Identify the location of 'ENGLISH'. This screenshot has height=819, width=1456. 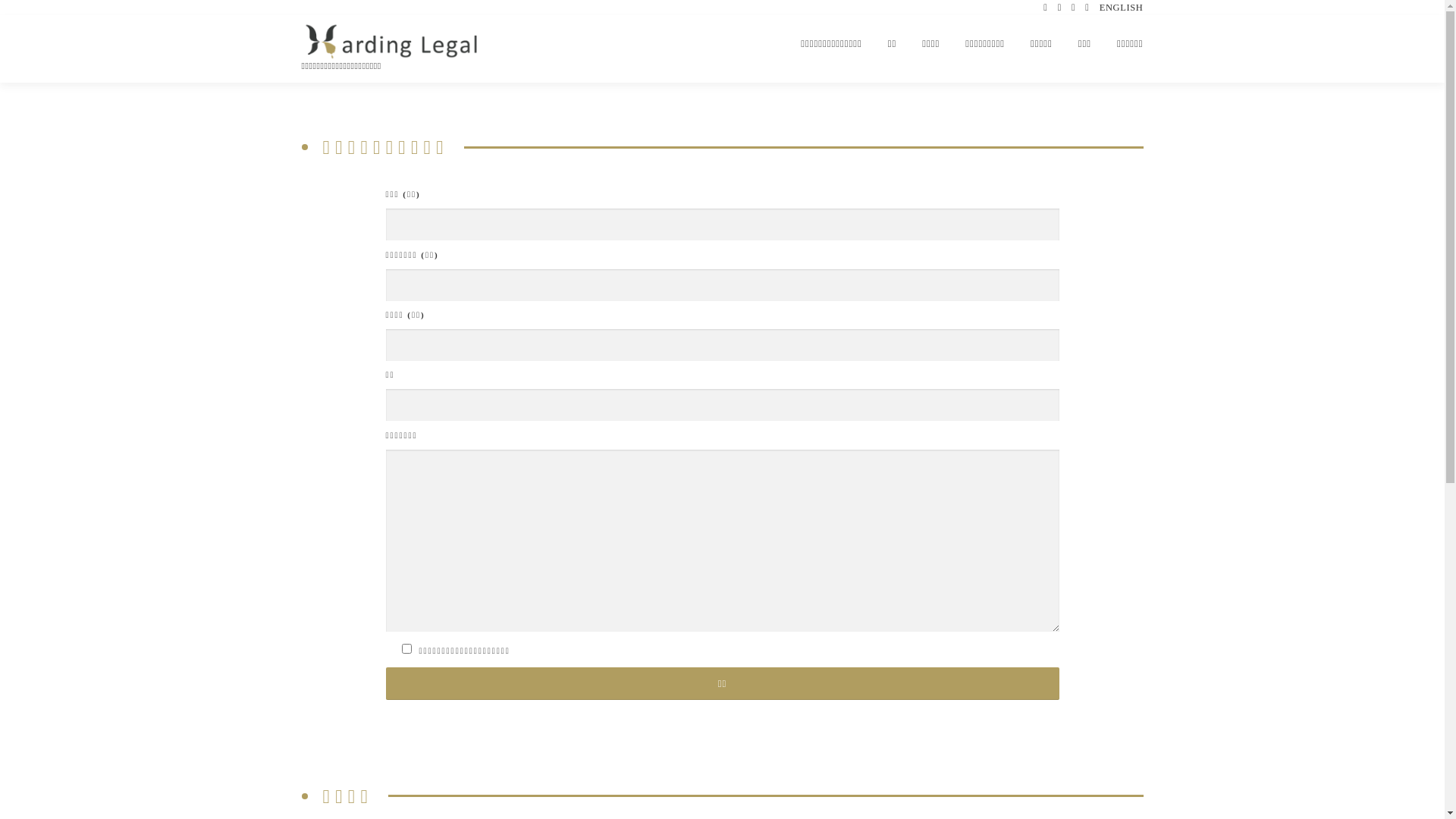
(1121, 8).